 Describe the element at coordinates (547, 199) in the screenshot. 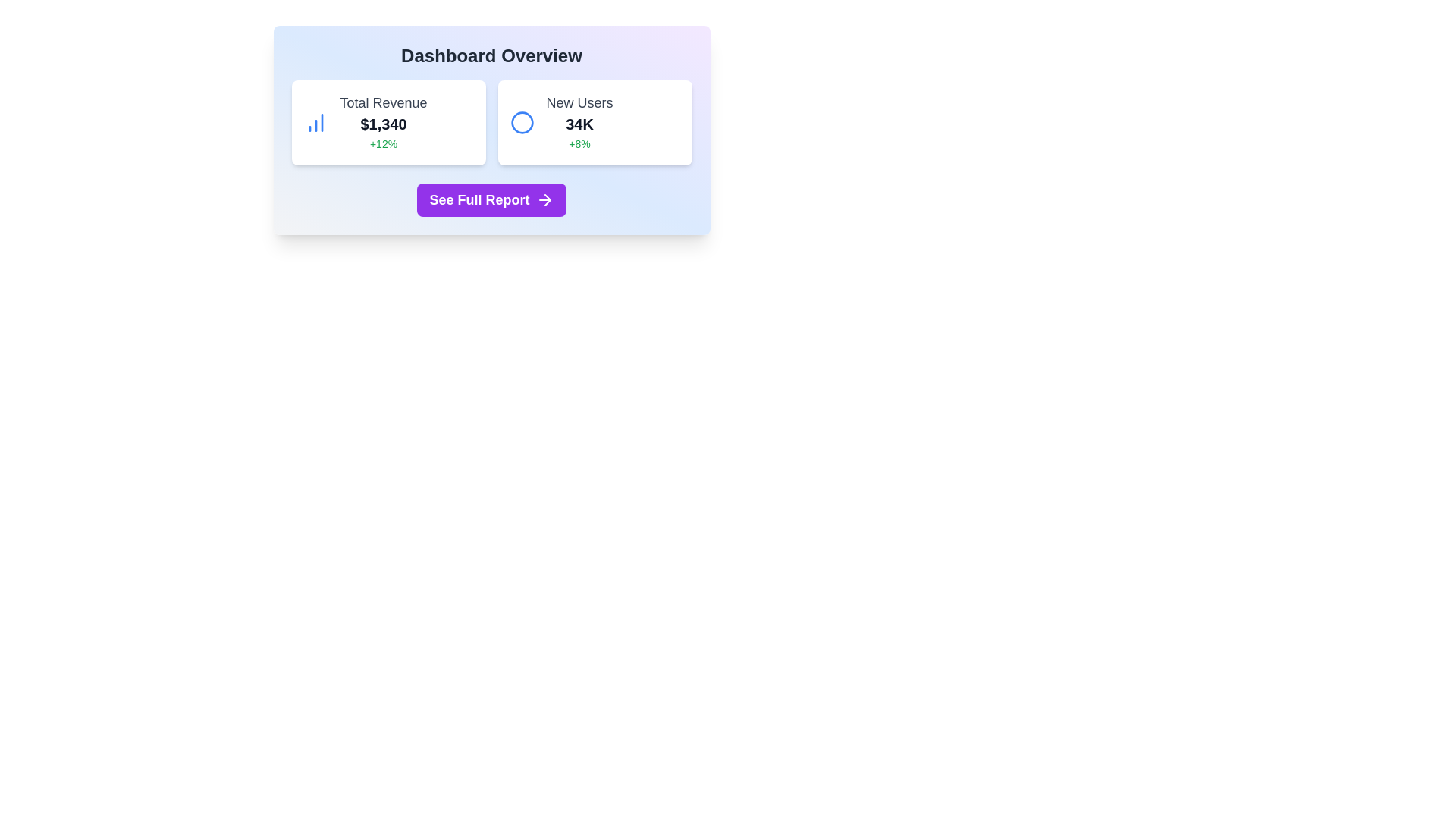

I see `the downward-pointing arrow icon integrated into the 'See Full Report' button to interact with the button` at that location.